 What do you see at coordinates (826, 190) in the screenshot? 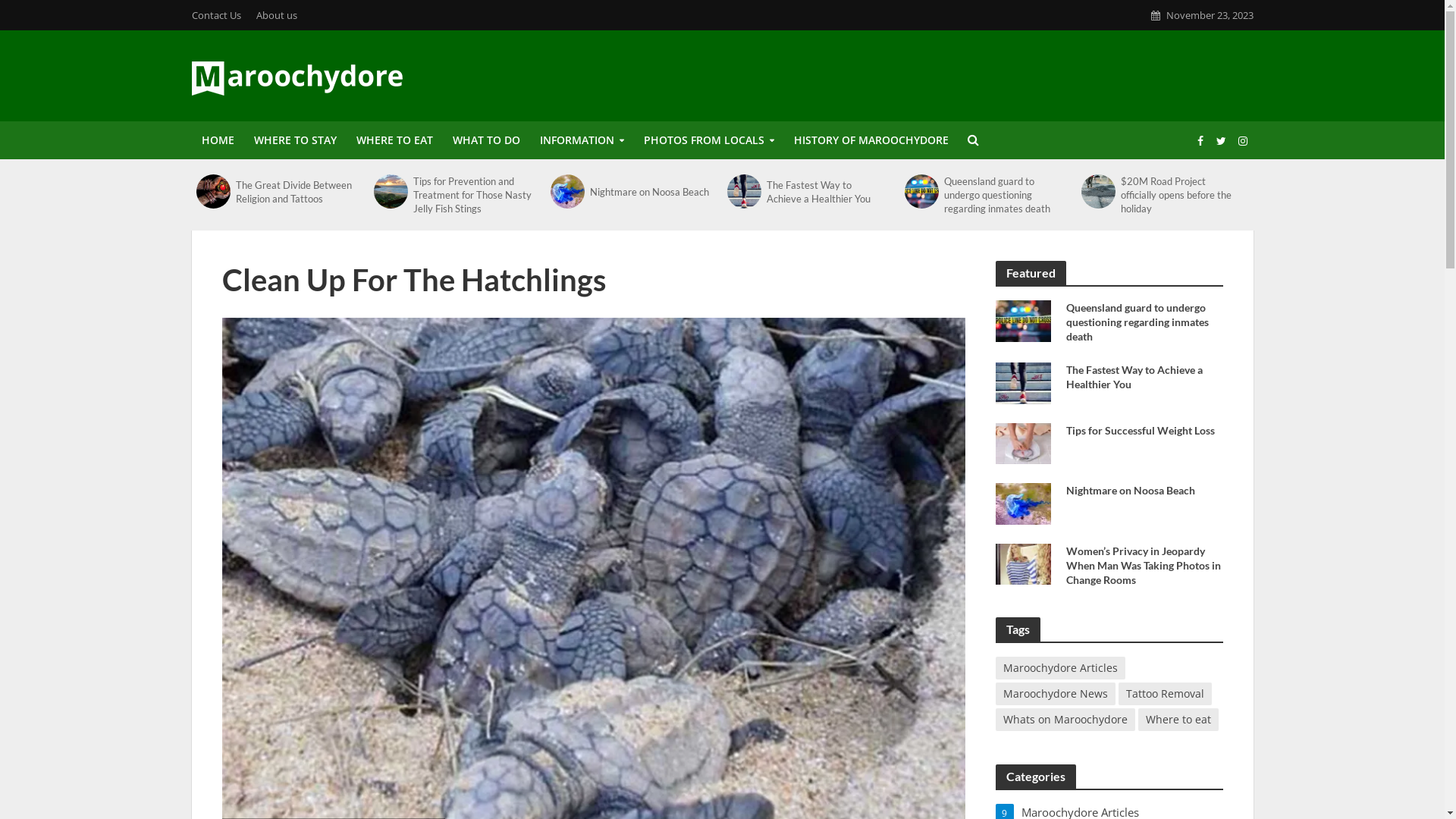
I see `'The Fastest Way to Achieve a Healthier You'` at bounding box center [826, 190].